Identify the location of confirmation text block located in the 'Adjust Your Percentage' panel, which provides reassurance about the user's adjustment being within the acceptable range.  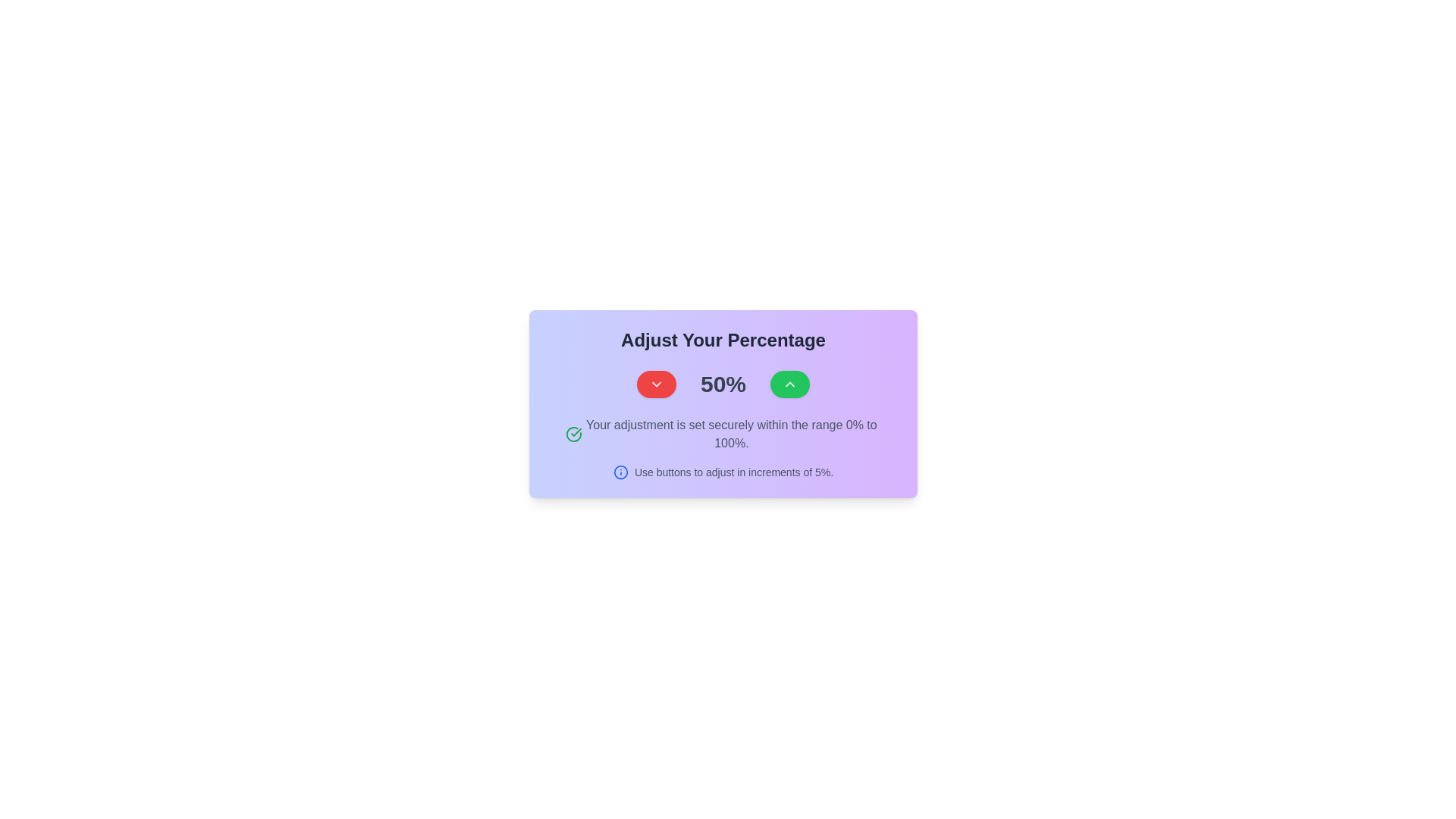
(723, 435).